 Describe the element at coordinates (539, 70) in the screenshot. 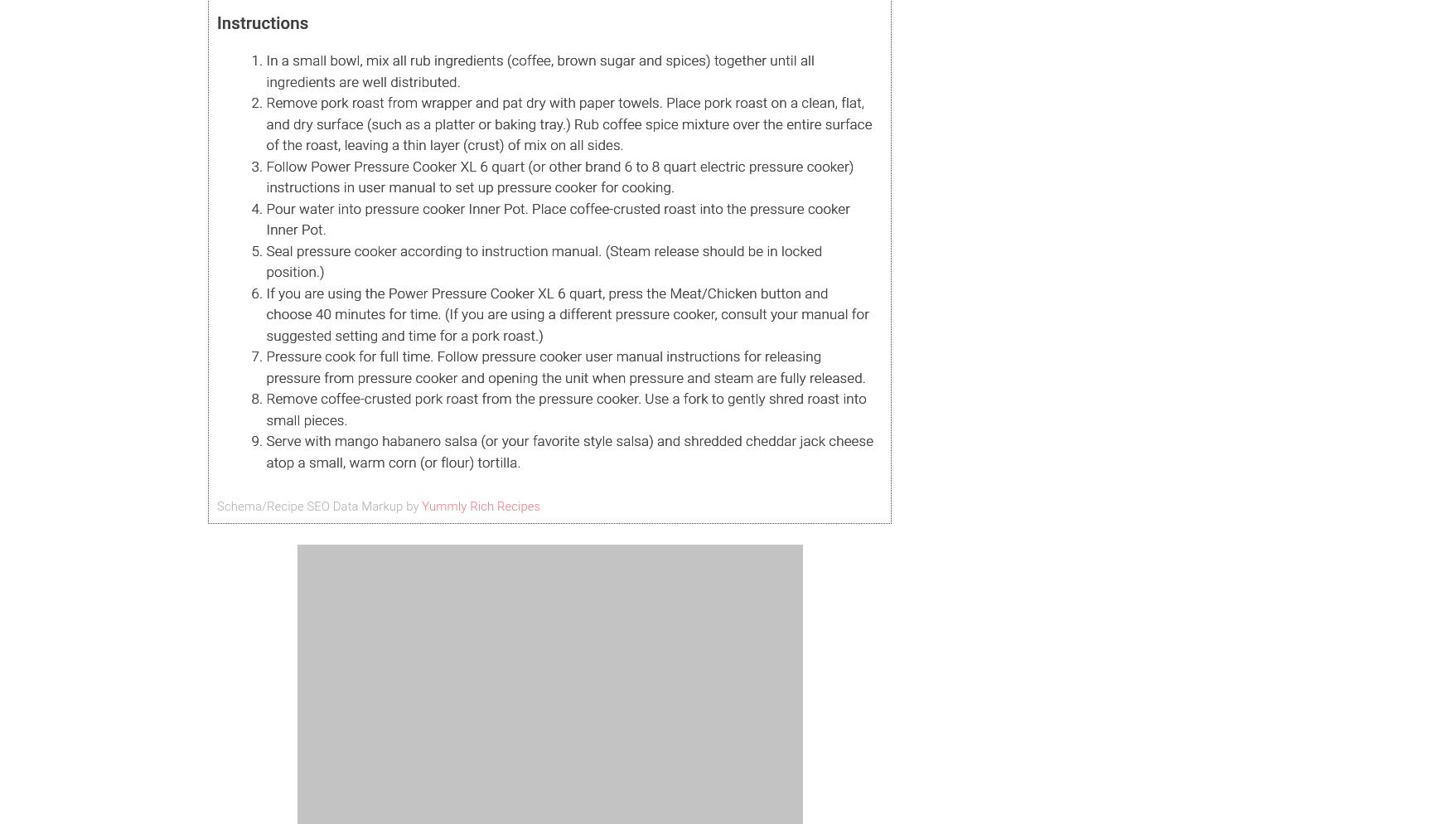

I see `'In a small bowl, mix all rub ingredients (coffee, brown sugar and spices) together until all ingredients are well distributed.'` at that location.